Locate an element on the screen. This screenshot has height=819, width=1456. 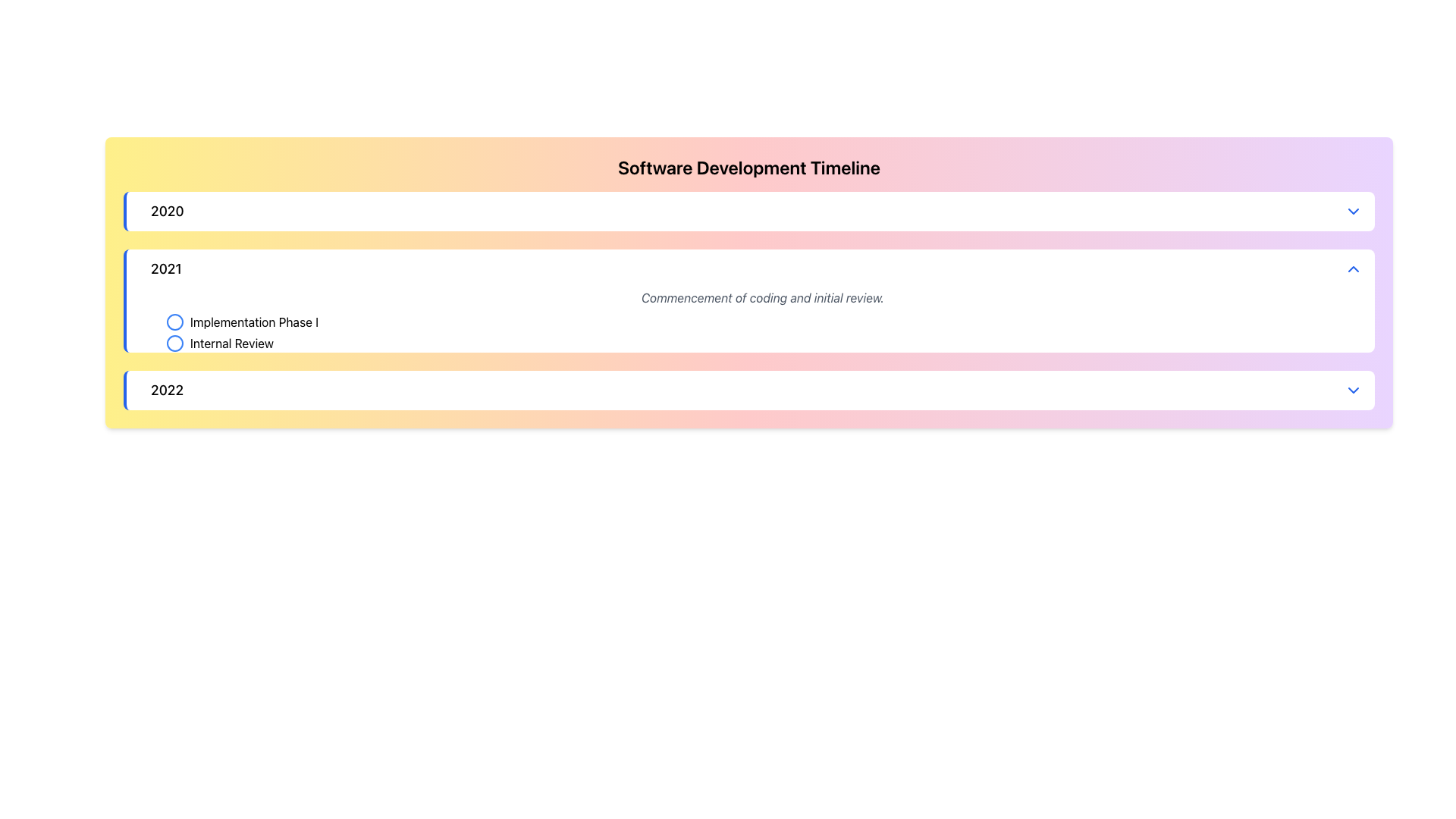
the blue-outlined circular icon next to the 'Internal Review' text under the '2021' heading in the timeline component is located at coordinates (174, 343).